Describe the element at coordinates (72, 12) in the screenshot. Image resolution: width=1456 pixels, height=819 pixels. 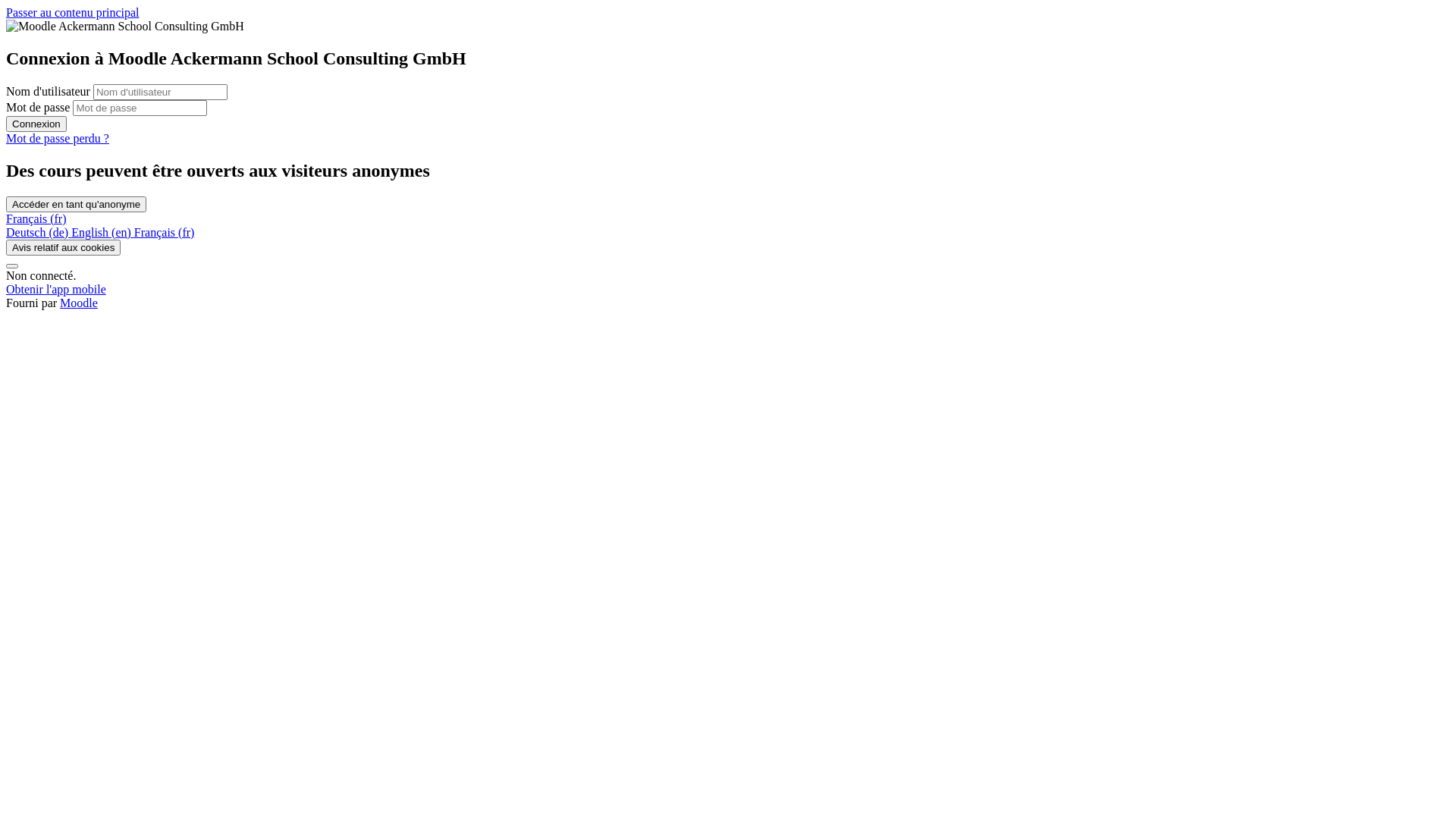
I see `'Passer au contenu principal'` at that location.